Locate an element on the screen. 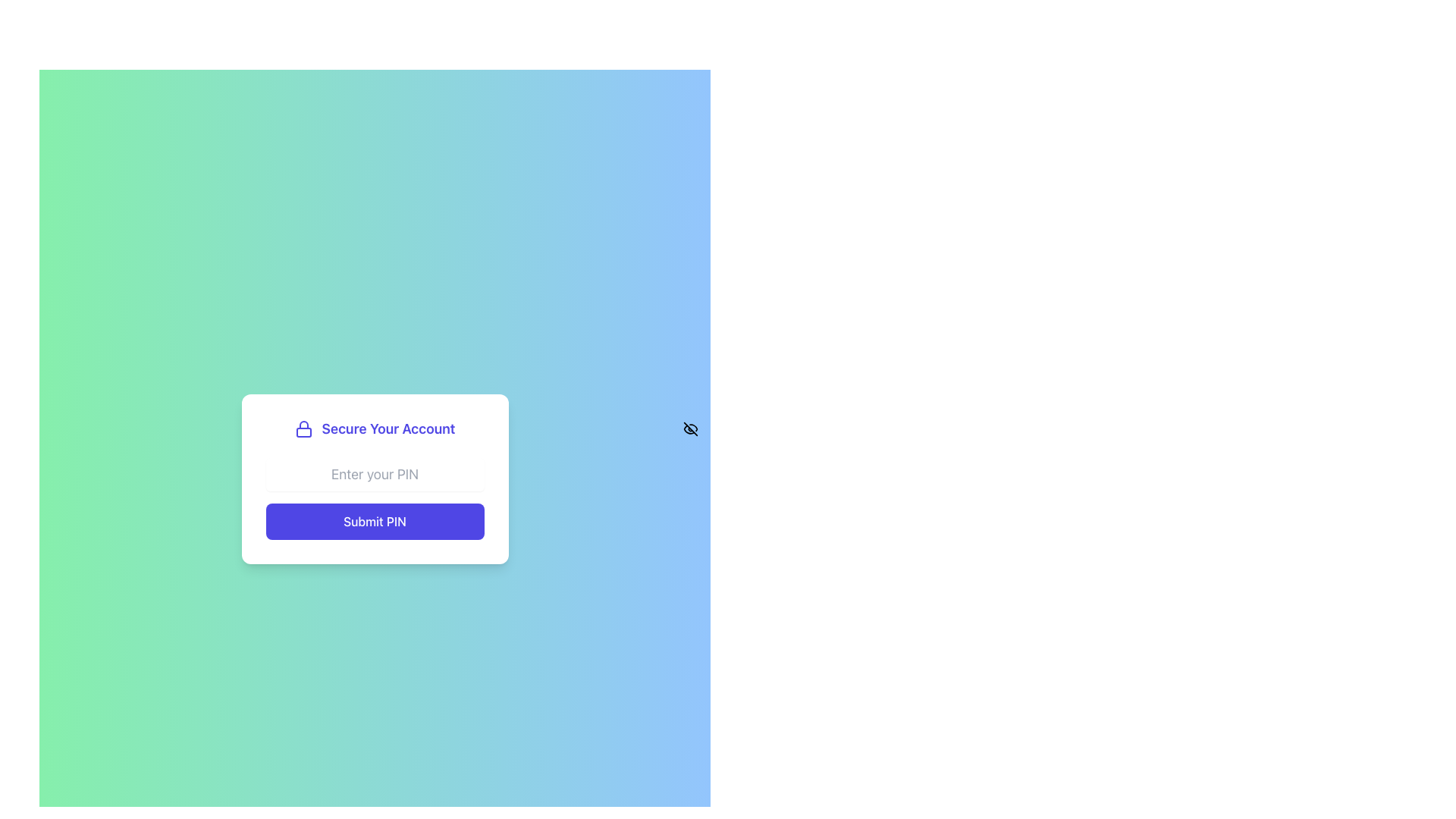 This screenshot has width=1456, height=819. the Text with Icon that features a lock icon and the bold text 'Secure Your Account', which is prominently displayed in indigo color near the upper section of a card is located at coordinates (375, 429).